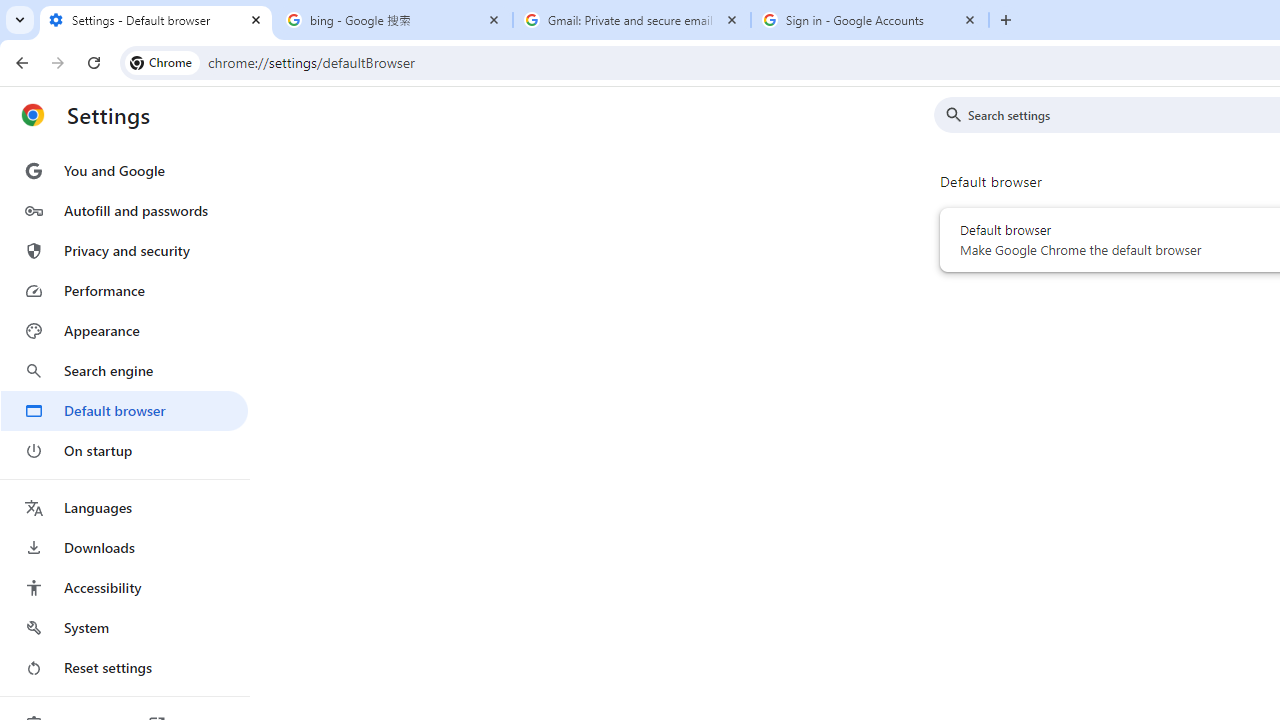 Image resolution: width=1280 pixels, height=720 pixels. Describe the element at coordinates (123, 249) in the screenshot. I see `'Privacy and security'` at that location.